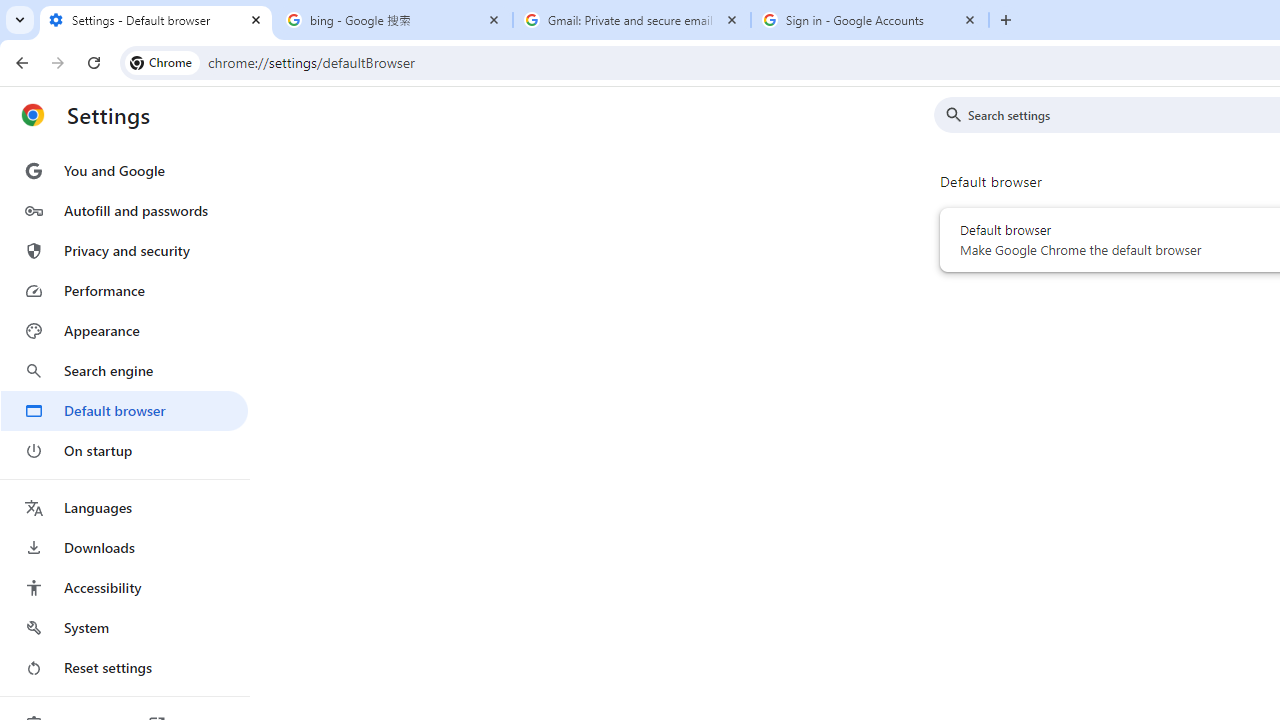 Image resolution: width=1280 pixels, height=720 pixels. Describe the element at coordinates (123, 249) in the screenshot. I see `'Privacy and security'` at that location.